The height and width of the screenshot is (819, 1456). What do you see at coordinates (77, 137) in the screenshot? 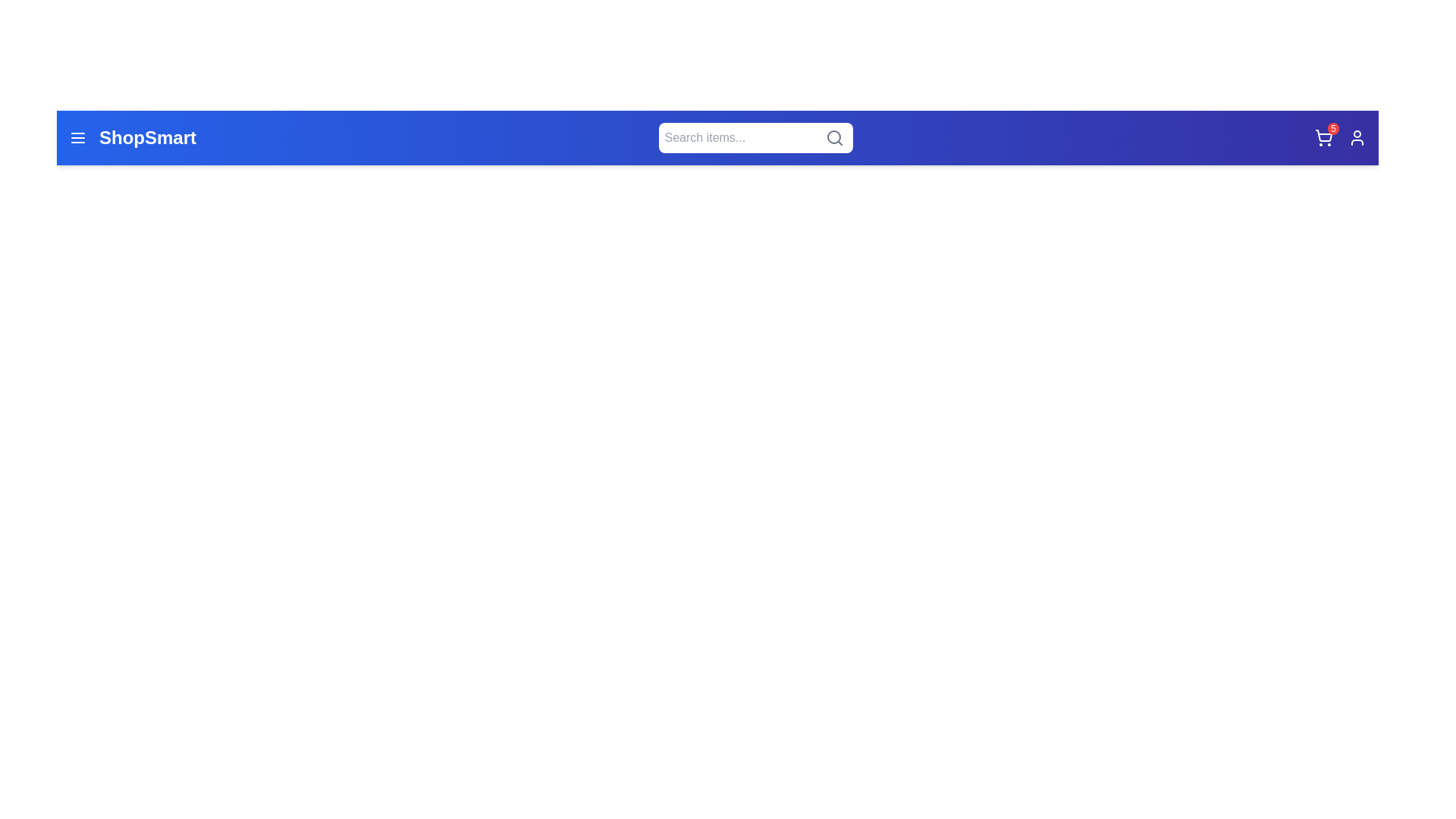
I see `the menu icon to open the menu` at bounding box center [77, 137].